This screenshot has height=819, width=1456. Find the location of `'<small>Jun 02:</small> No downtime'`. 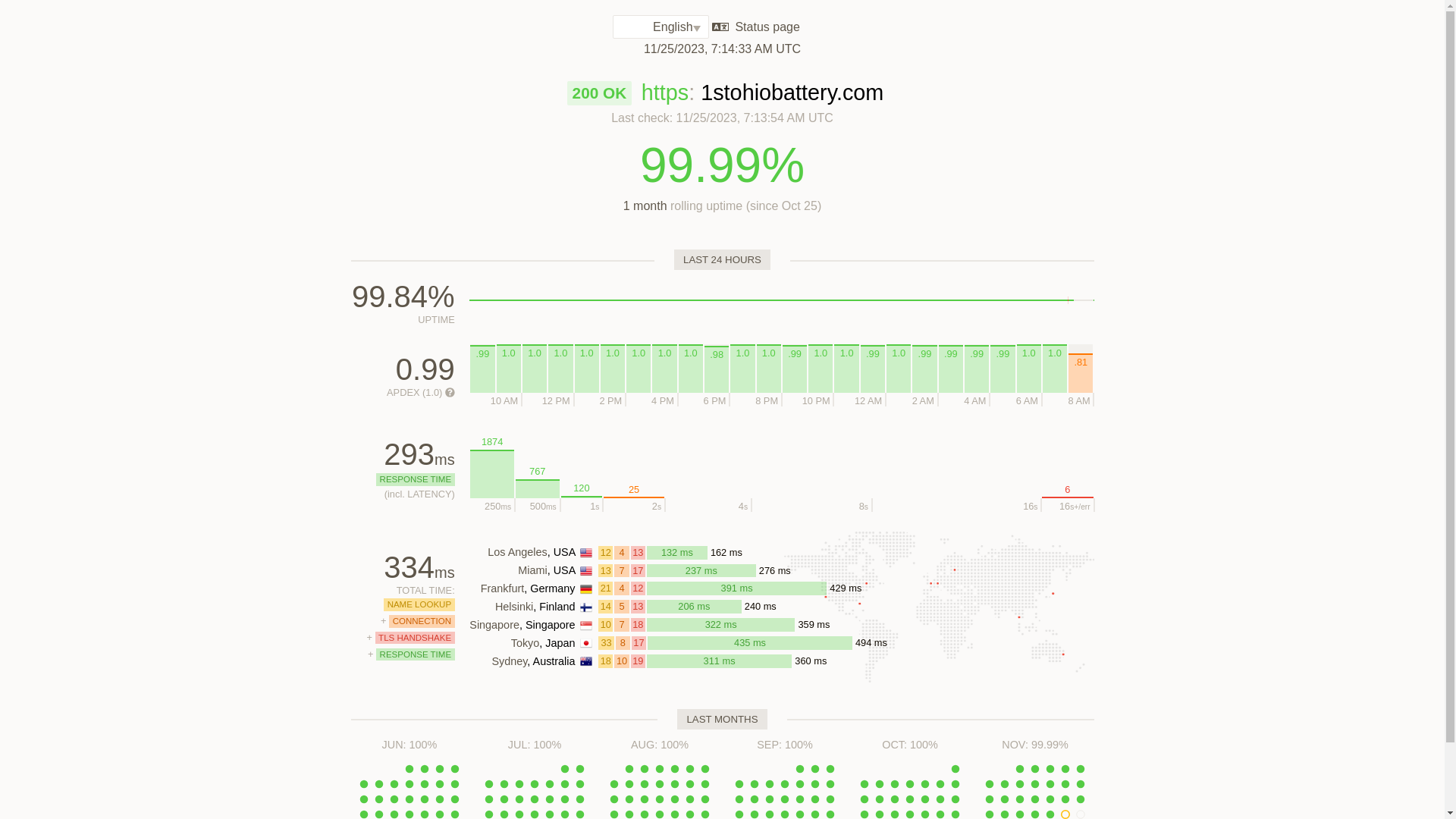

'<small>Jun 02:</small> No downtime' is located at coordinates (425, 769).